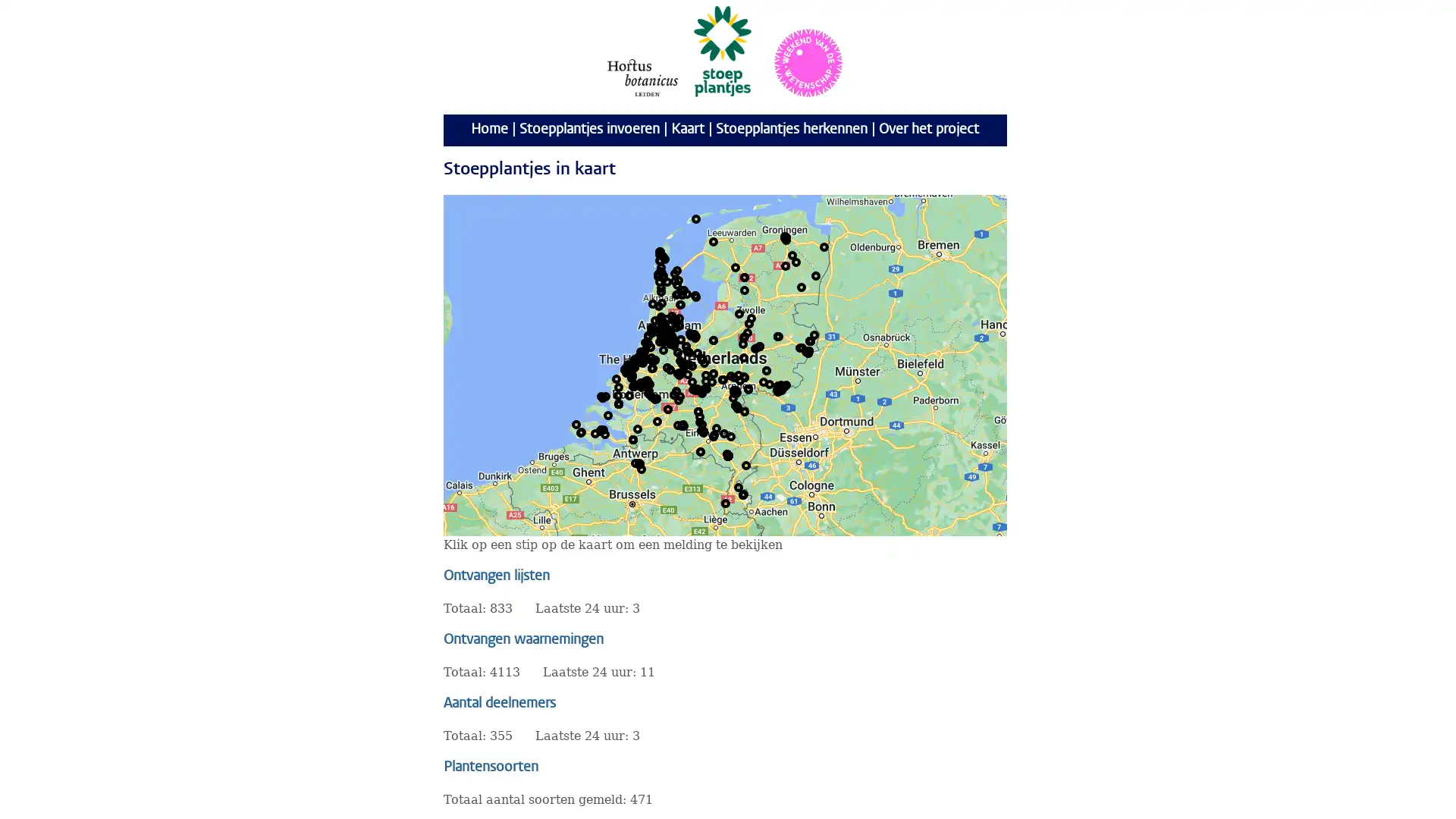 Image resolution: width=1456 pixels, height=819 pixels. What do you see at coordinates (619, 403) in the screenshot?
I see `Telling van Neomi op 03 juni 2022` at bounding box center [619, 403].